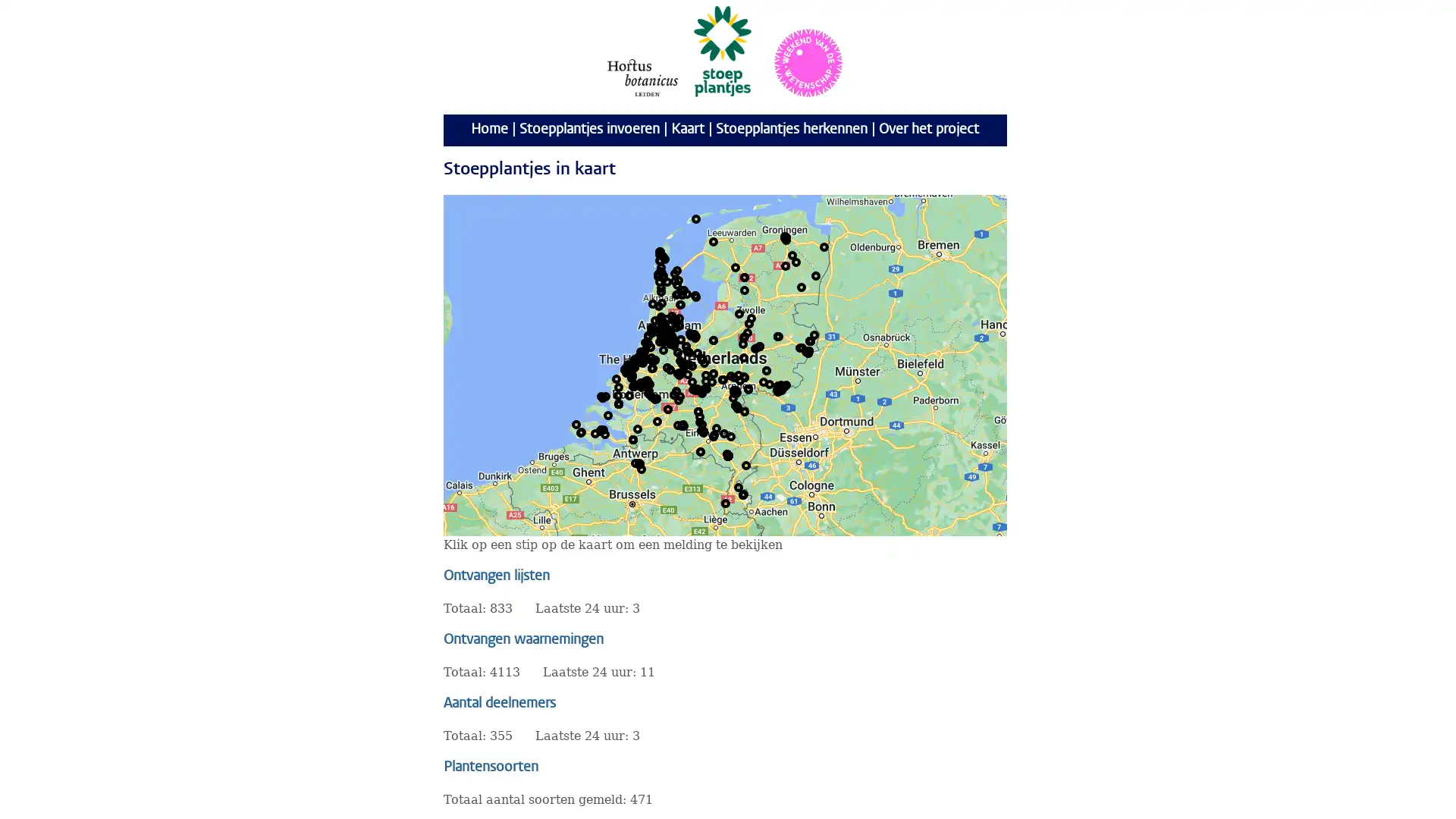 Image resolution: width=1456 pixels, height=819 pixels. What do you see at coordinates (619, 403) in the screenshot?
I see `Telling van Neomi op 03 juni 2022` at bounding box center [619, 403].